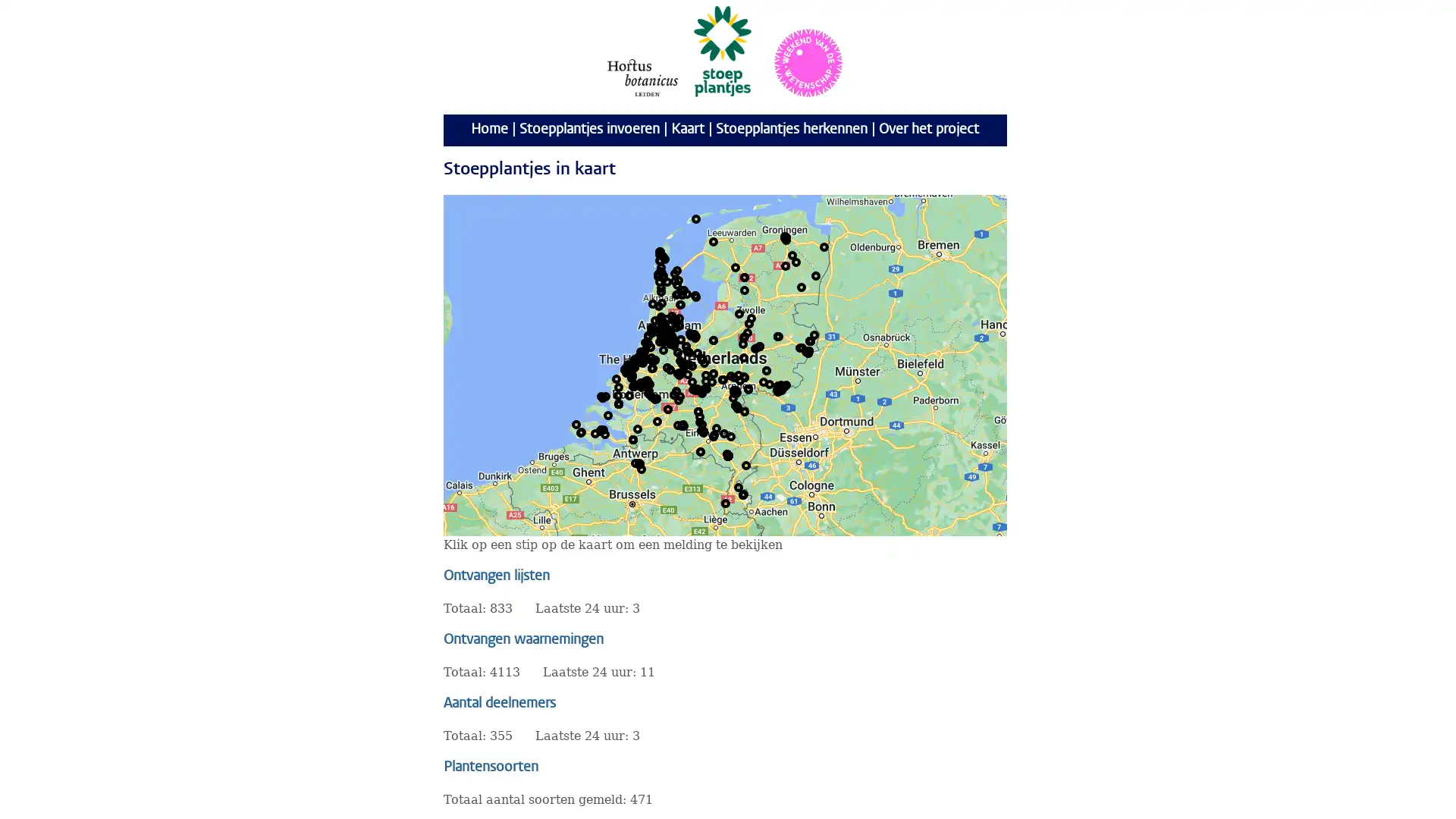 Image resolution: width=1456 pixels, height=819 pixels. What do you see at coordinates (619, 403) in the screenshot?
I see `Telling van Neomi op 03 juni 2022` at bounding box center [619, 403].